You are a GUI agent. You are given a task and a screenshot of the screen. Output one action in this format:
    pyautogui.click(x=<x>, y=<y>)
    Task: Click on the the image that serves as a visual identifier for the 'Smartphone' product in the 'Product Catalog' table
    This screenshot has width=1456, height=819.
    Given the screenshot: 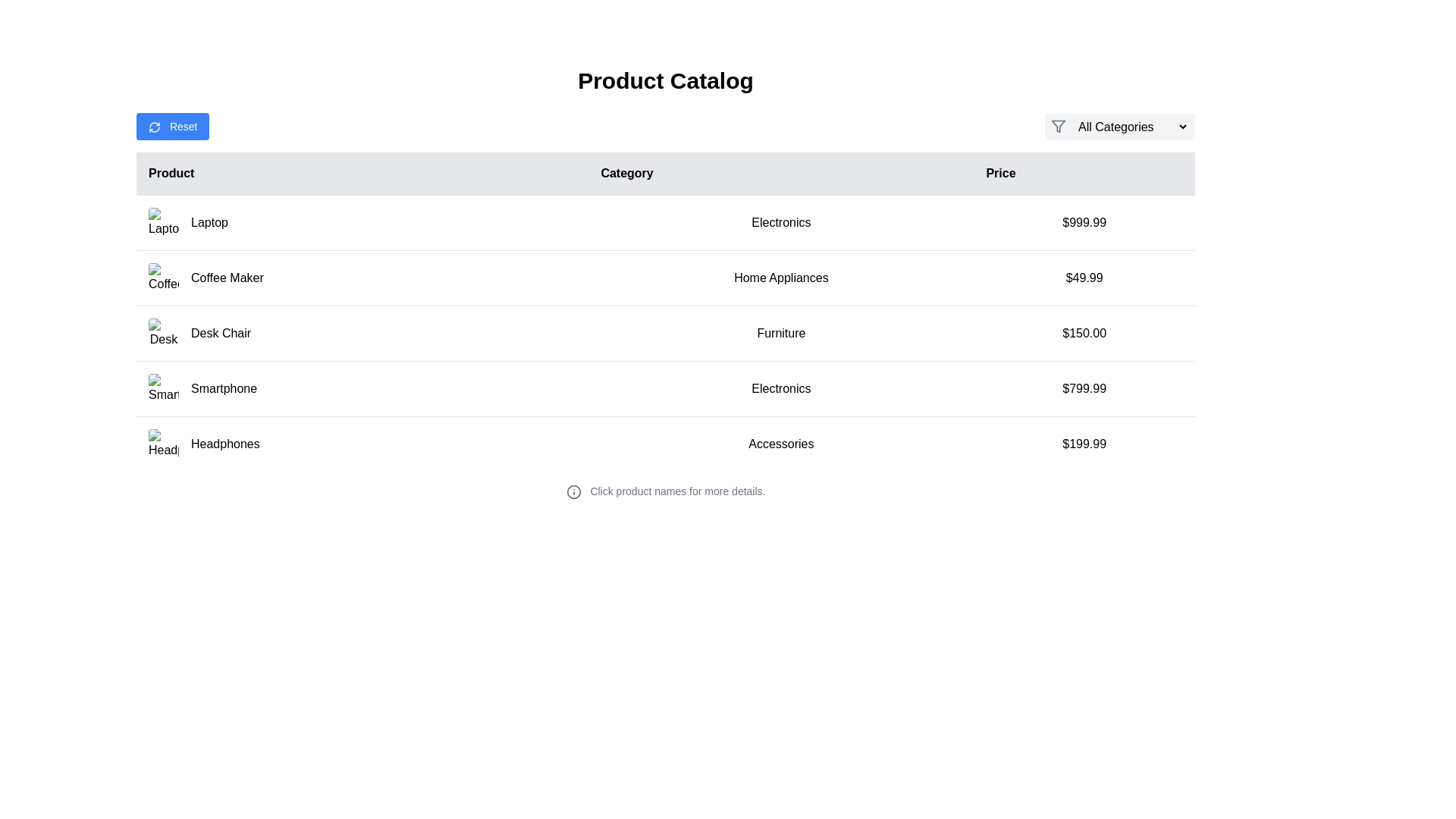 What is the action you would take?
    pyautogui.click(x=164, y=388)
    